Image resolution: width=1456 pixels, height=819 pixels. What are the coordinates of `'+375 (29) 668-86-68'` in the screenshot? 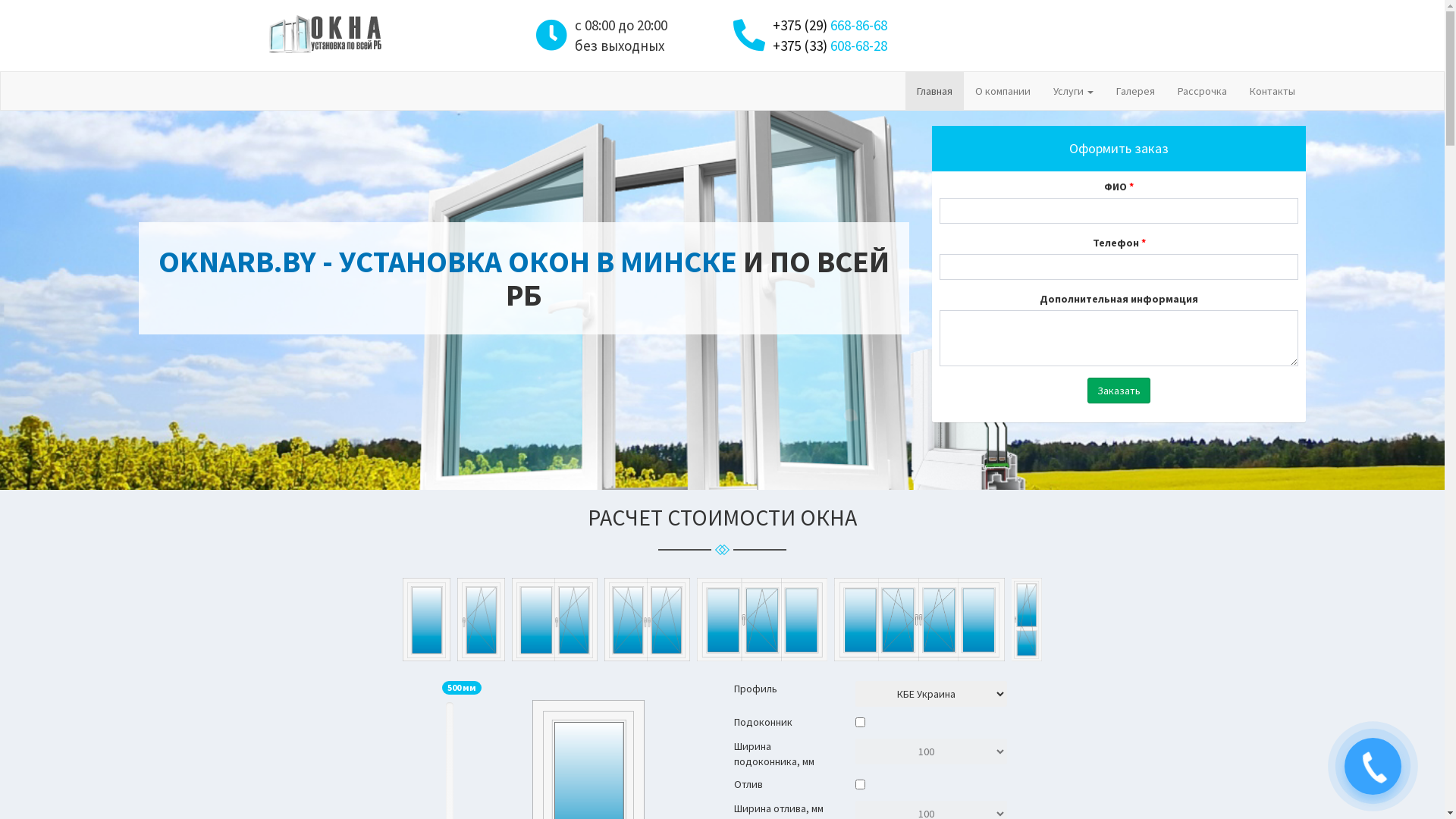 It's located at (772, 25).